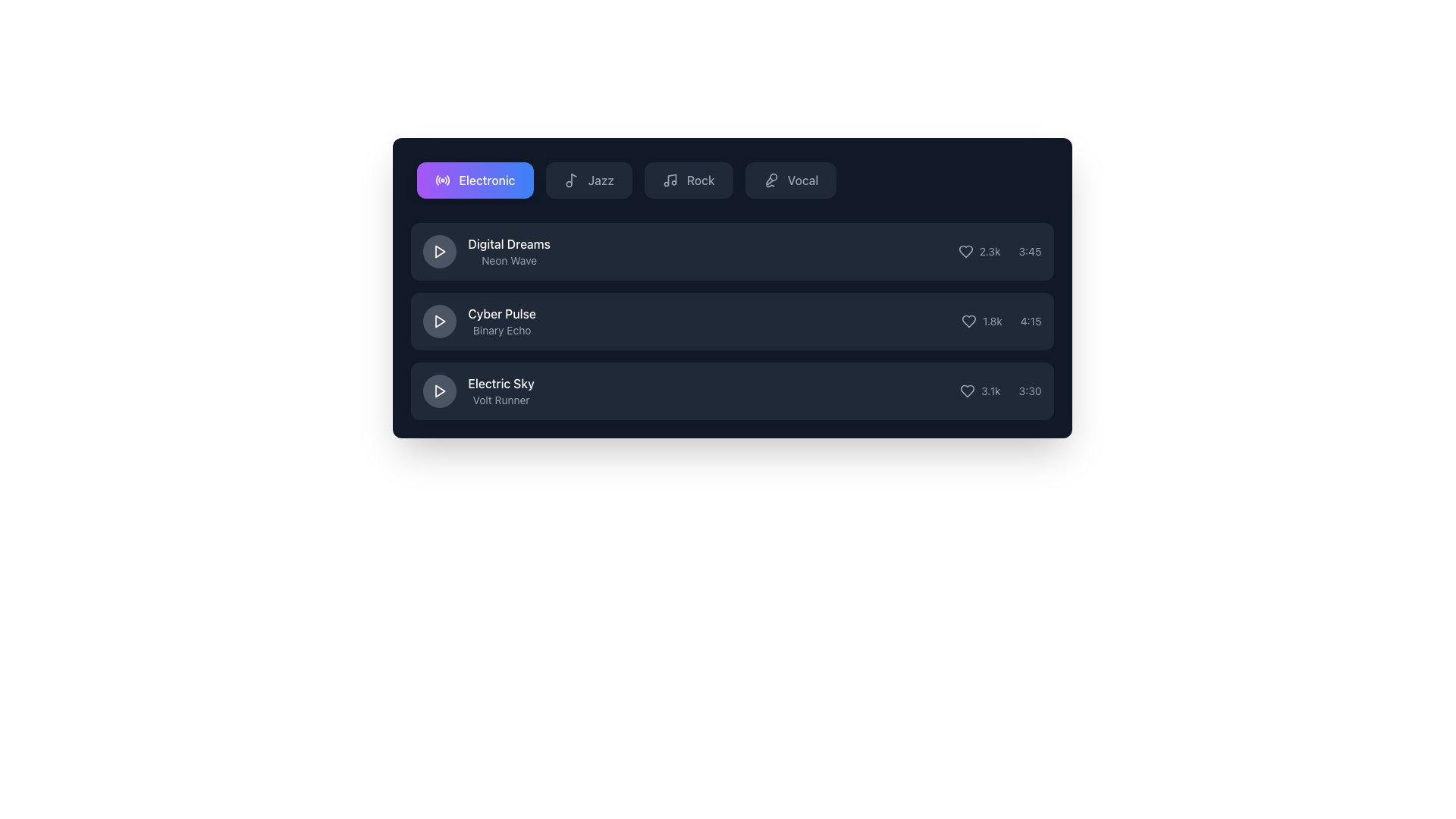 The width and height of the screenshot is (1456, 819). Describe the element at coordinates (688, 180) in the screenshot. I see `the 'Rock' button, which is a dark-background button with rounded corners containing a musical note icon and the text 'Rock'` at that location.